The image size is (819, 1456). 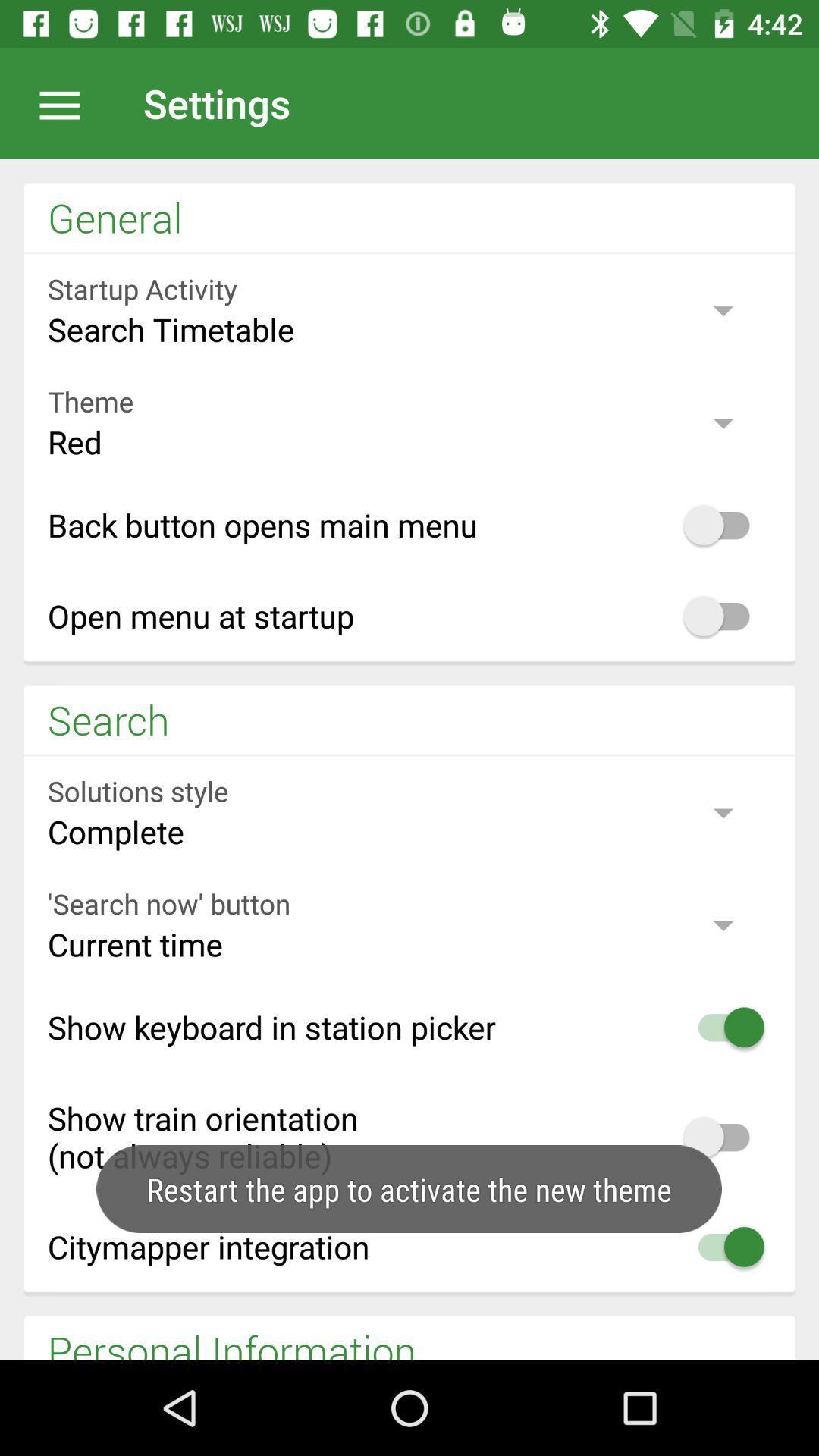 I want to click on the third option in the search, so click(x=409, y=1027).